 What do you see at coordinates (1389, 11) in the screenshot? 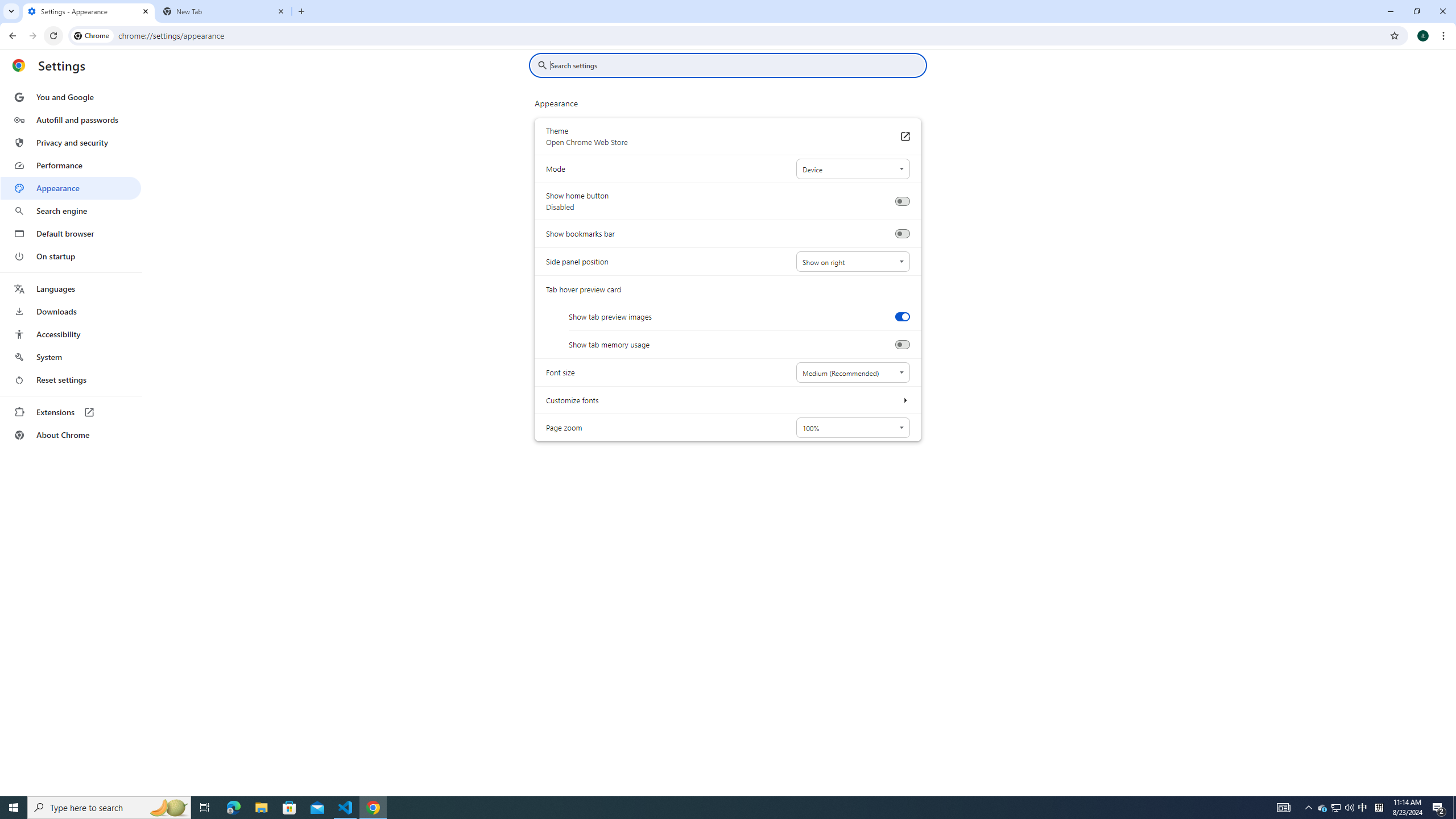
I see `'Minimize'` at bounding box center [1389, 11].